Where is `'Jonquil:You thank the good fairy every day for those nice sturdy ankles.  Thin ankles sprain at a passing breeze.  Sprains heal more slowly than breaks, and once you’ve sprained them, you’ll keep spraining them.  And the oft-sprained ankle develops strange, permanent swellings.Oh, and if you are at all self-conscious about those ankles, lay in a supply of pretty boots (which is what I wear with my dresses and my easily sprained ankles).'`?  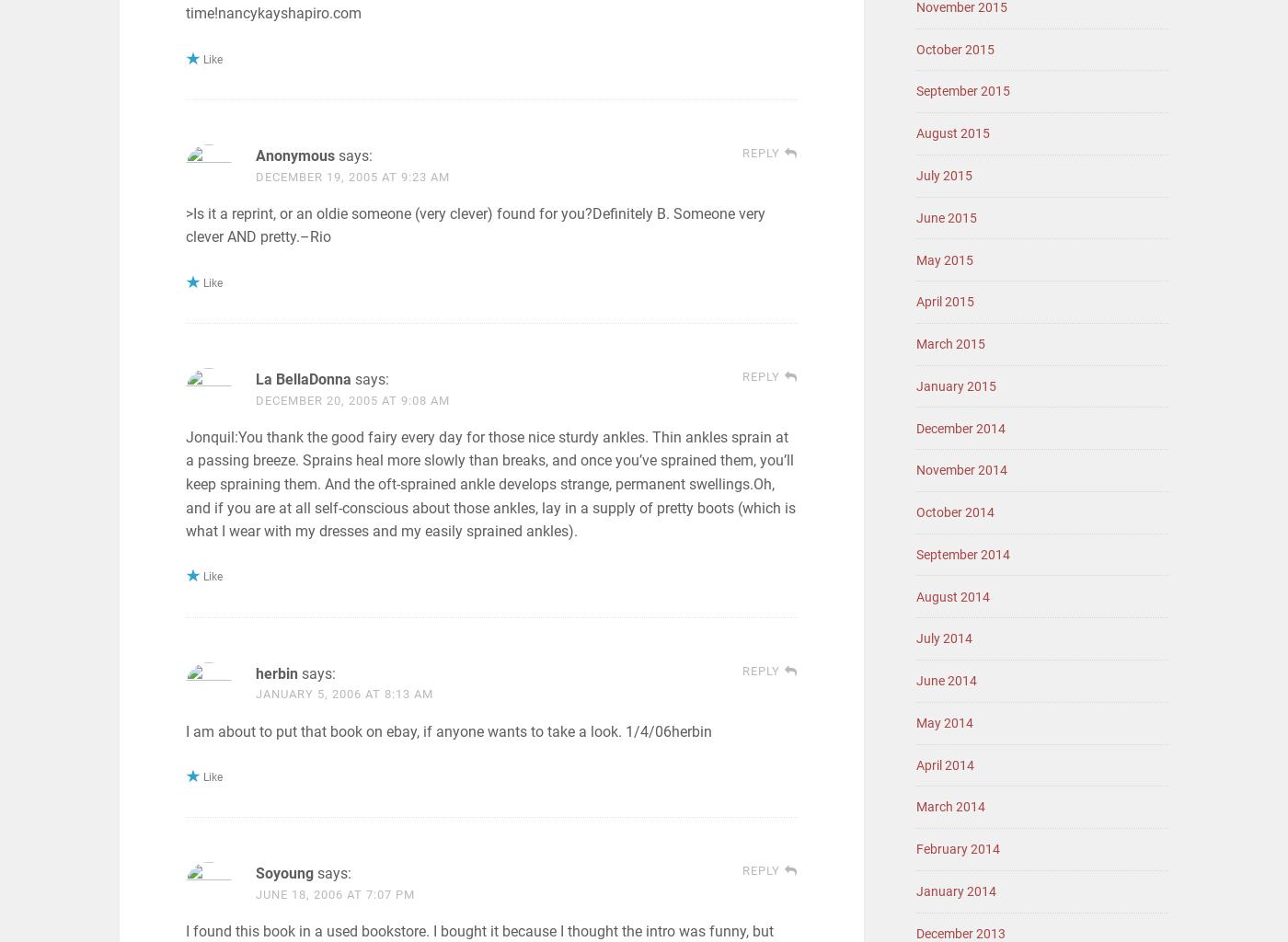 'Jonquil:You thank the good fairy every day for those nice sturdy ankles.  Thin ankles sprain at a passing breeze.  Sprains heal more slowly than breaks, and once you’ve sprained them, you’ll keep spraining them.  And the oft-sprained ankle develops strange, permanent swellings.Oh, and if you are at all self-conscious about those ankles, lay in a supply of pretty boots (which is what I wear with my dresses and my easily sprained ankles).' is located at coordinates (490, 484).